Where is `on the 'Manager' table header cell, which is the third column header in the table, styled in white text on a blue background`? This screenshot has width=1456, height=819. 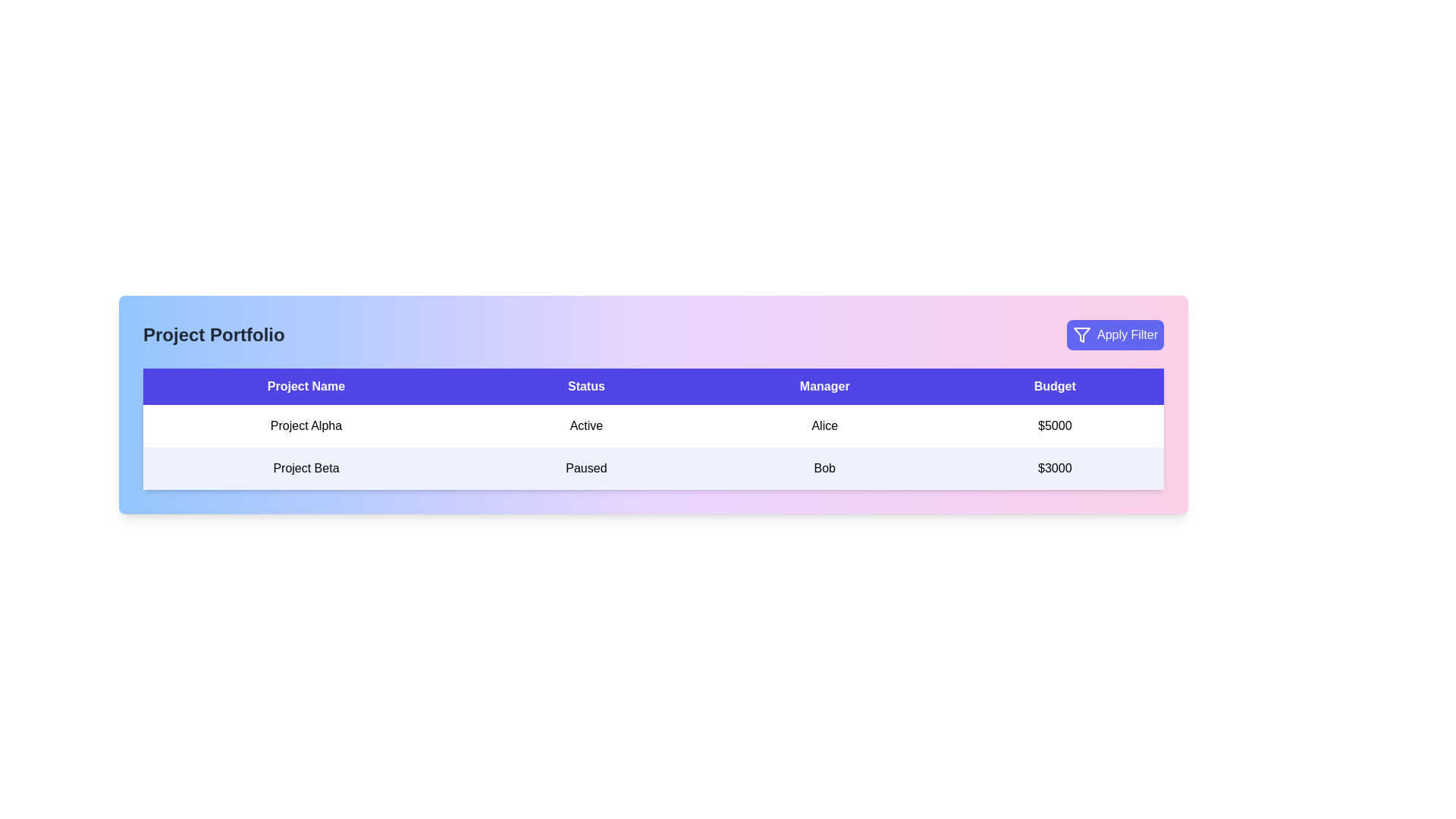 on the 'Manager' table header cell, which is the third column header in the table, styled in white text on a blue background is located at coordinates (824, 385).